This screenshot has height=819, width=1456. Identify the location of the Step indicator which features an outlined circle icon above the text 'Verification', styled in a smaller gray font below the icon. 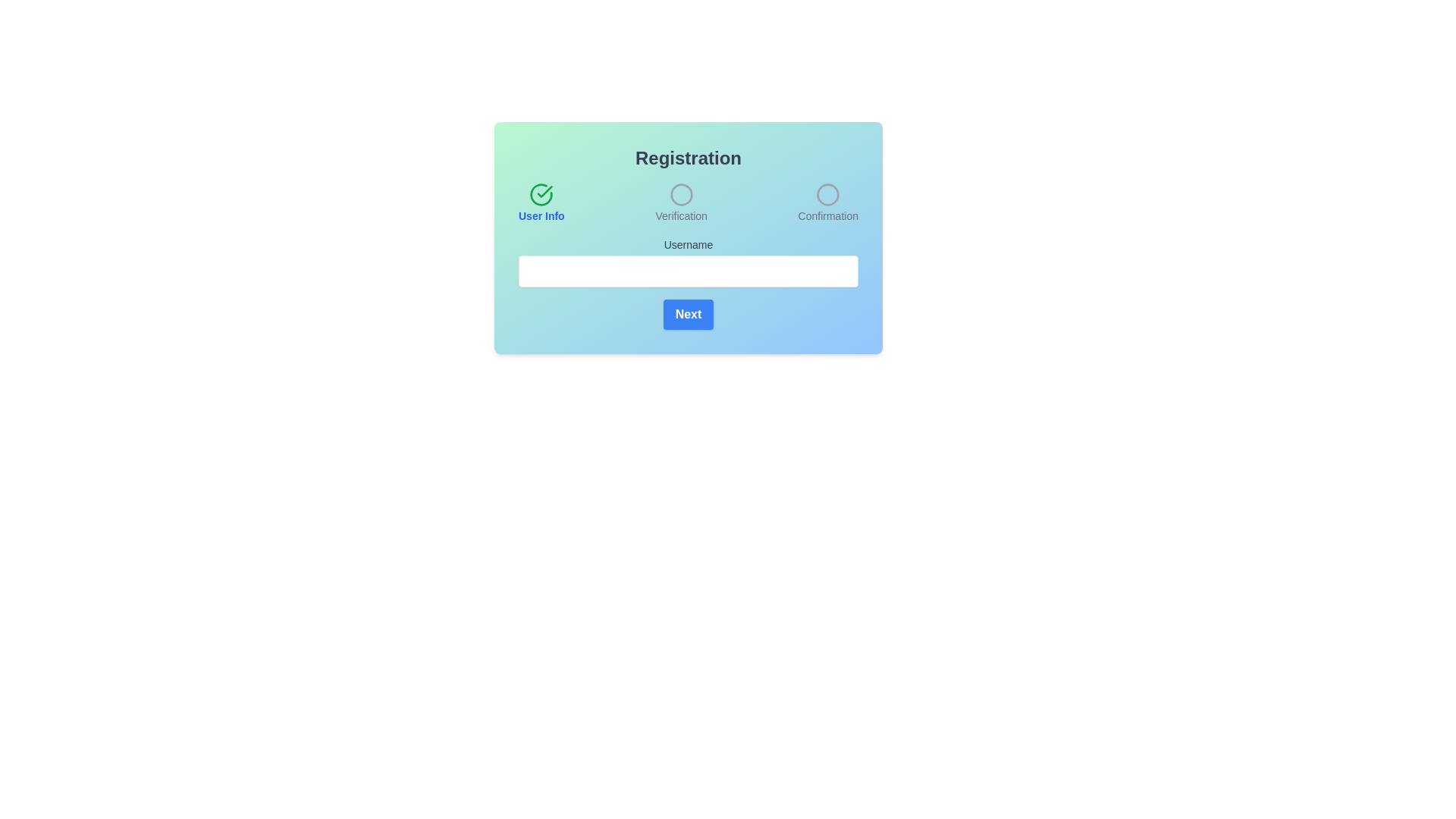
(680, 203).